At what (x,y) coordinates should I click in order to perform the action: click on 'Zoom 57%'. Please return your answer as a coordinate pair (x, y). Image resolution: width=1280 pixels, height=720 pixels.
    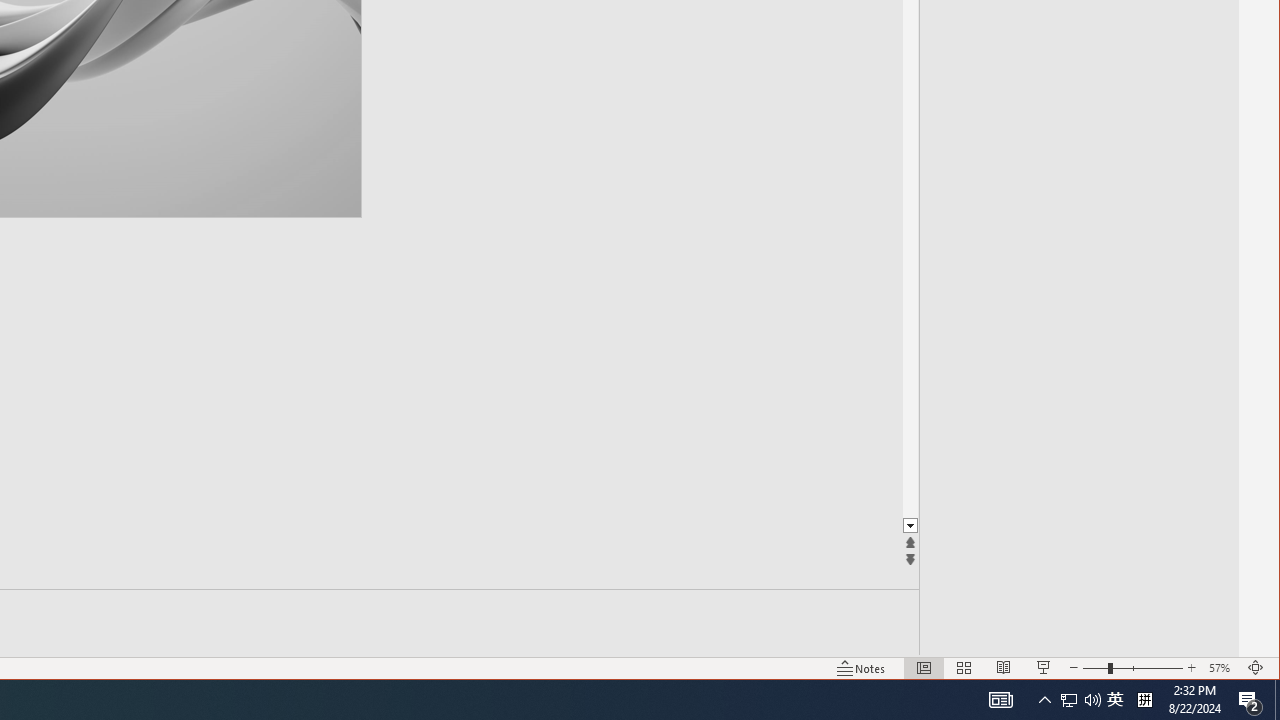
    Looking at the image, I should click on (1221, 668).